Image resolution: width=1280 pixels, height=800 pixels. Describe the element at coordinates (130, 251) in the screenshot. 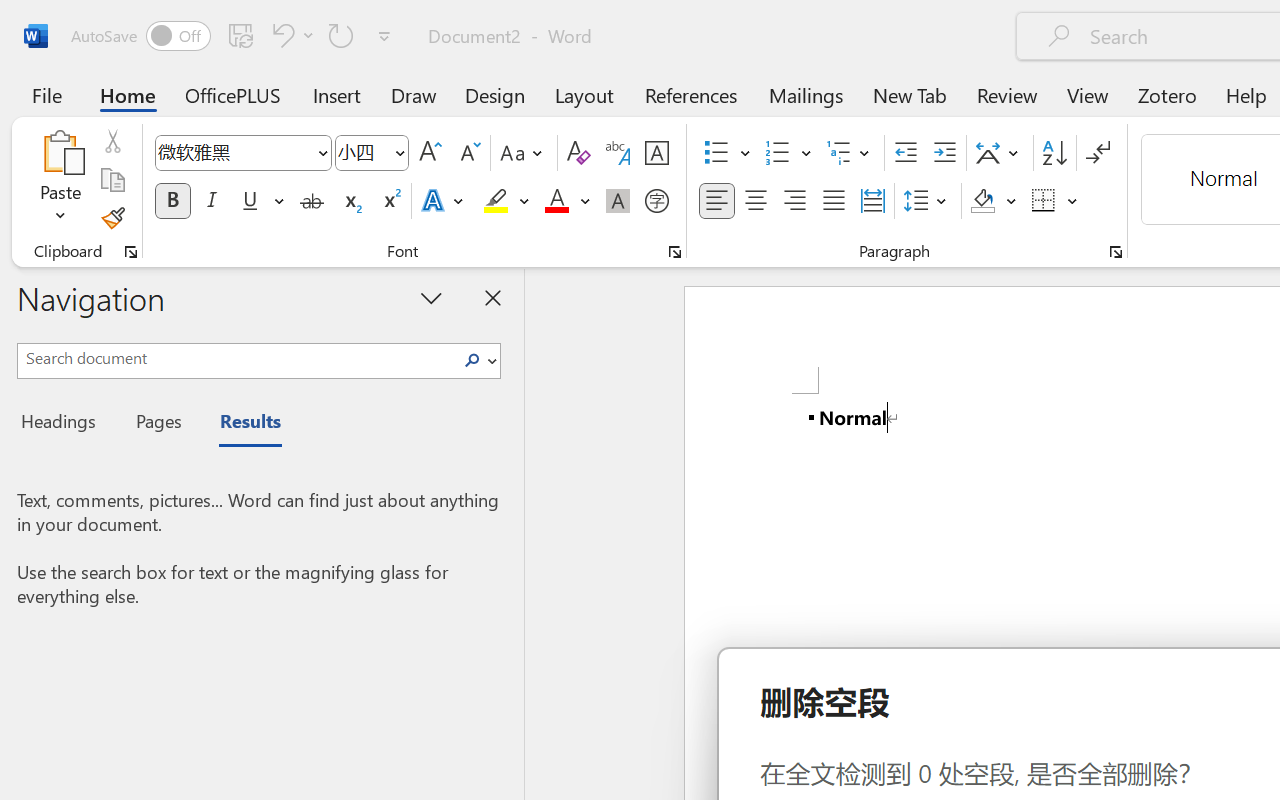

I see `'Office Clipboard...'` at that location.